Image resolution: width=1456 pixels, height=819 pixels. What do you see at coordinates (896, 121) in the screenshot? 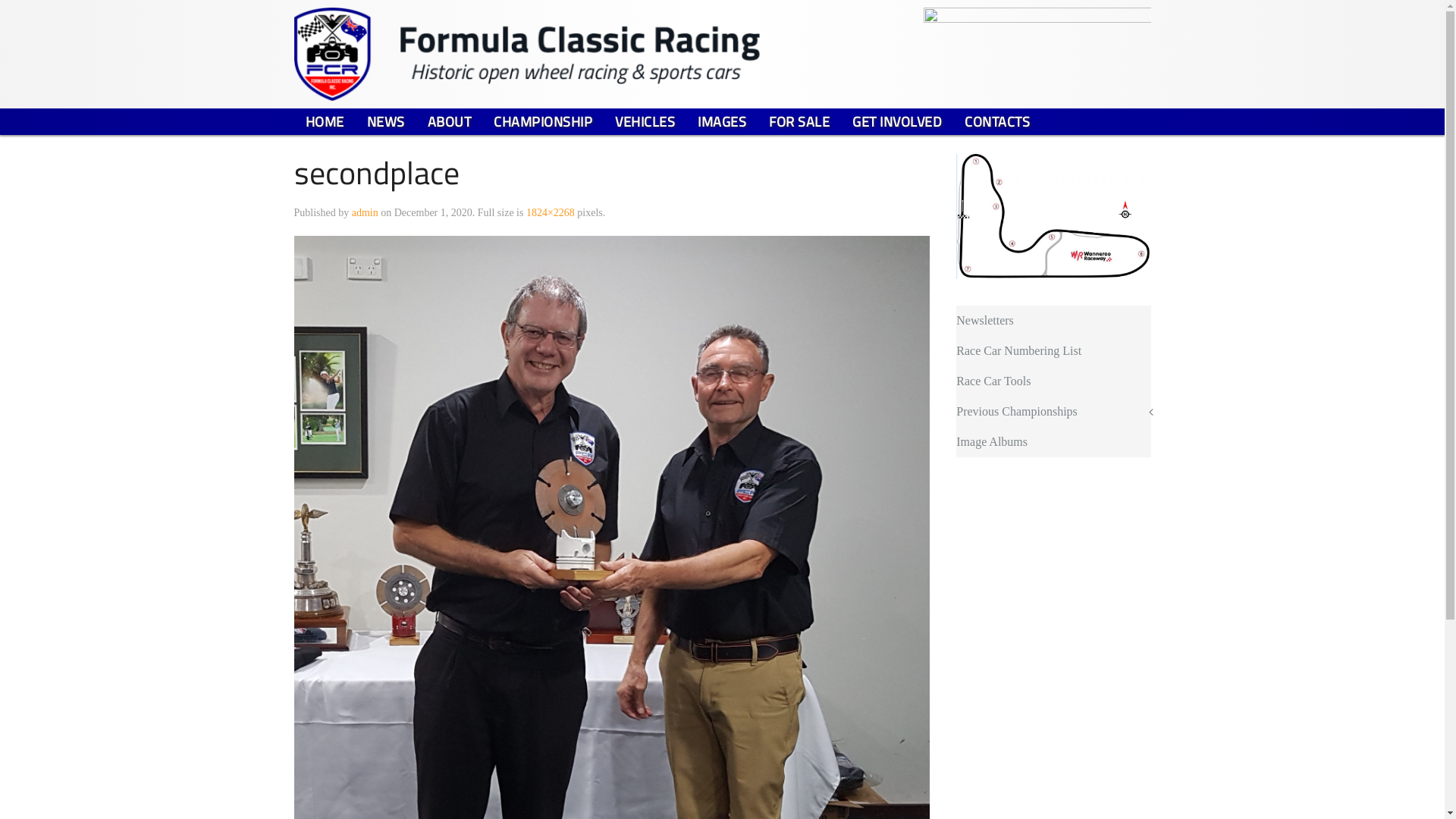
I see `'GET INVOLVED'` at bounding box center [896, 121].